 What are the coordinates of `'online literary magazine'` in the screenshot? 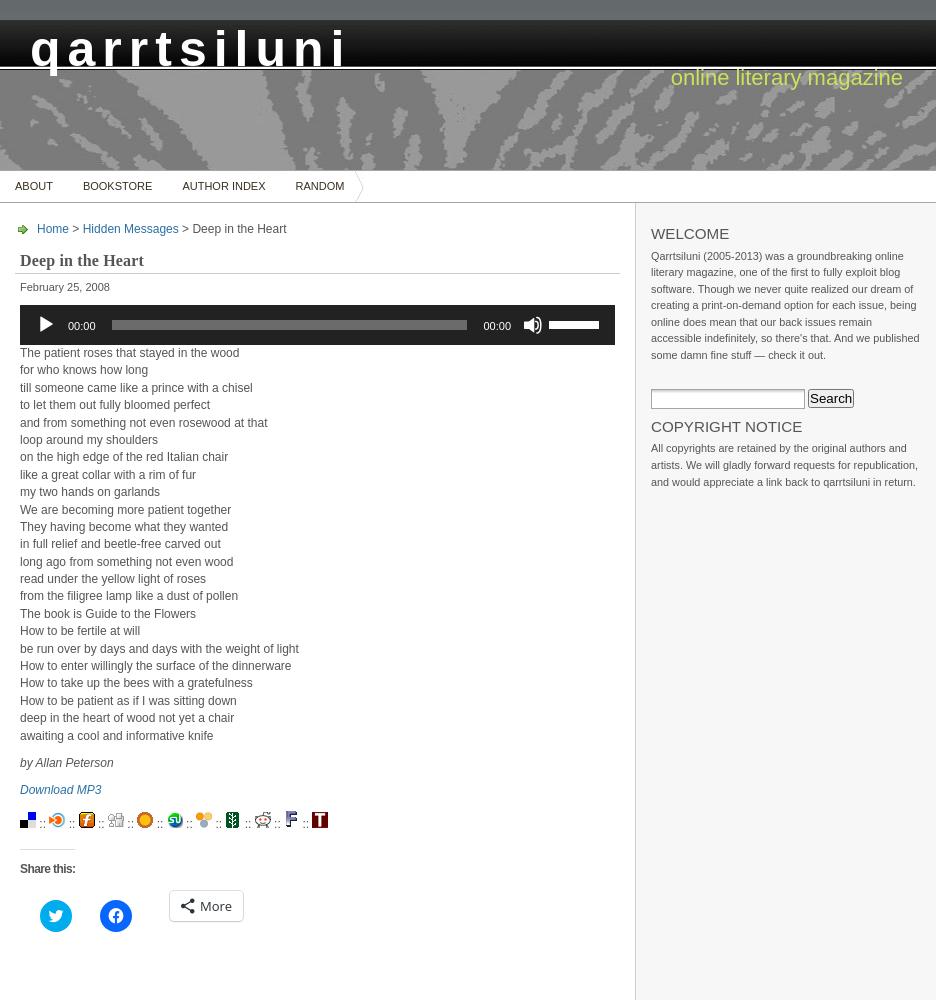 It's located at (785, 76).